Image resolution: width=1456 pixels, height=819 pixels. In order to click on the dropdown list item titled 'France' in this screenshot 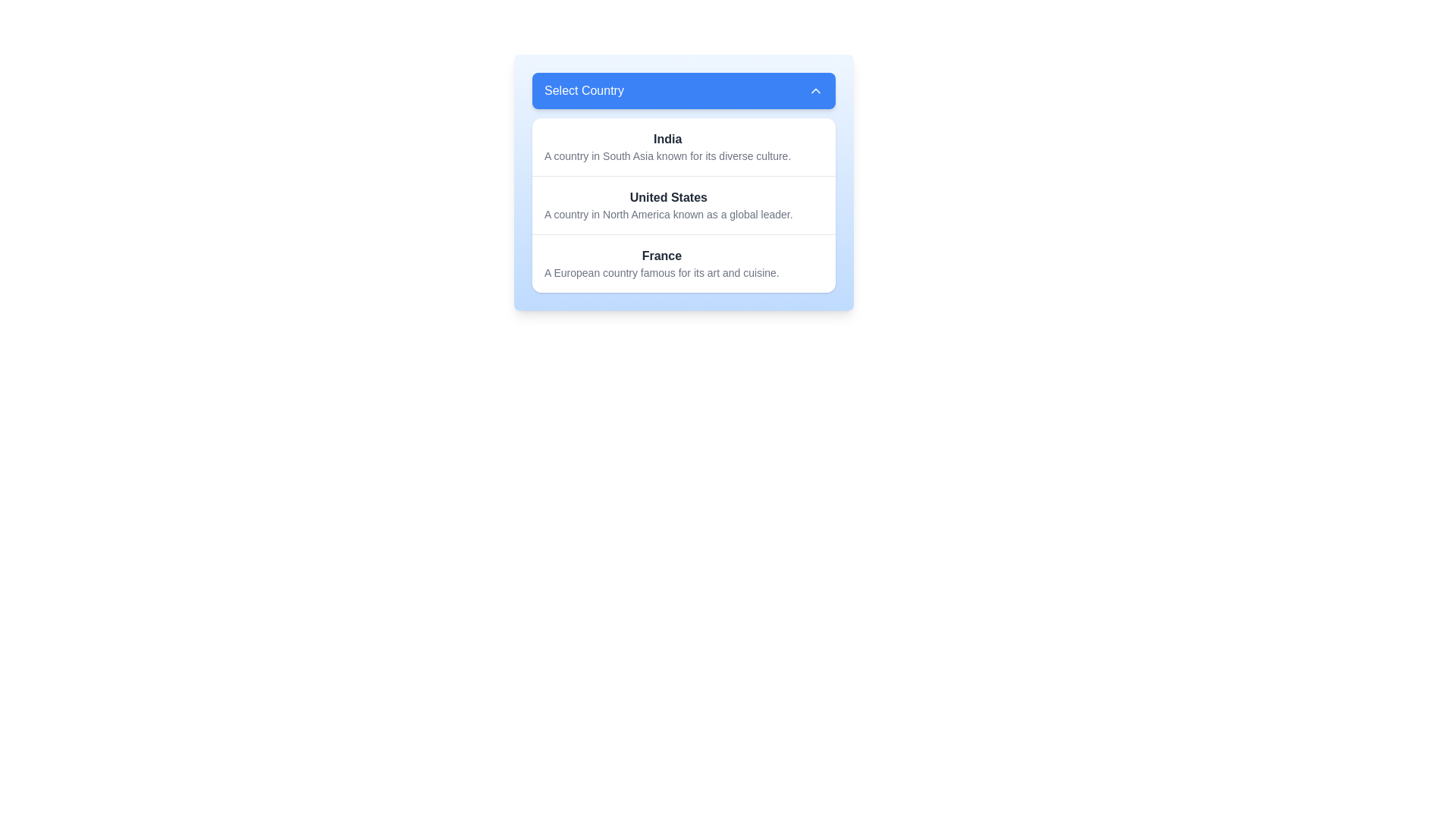, I will do `click(683, 262)`.